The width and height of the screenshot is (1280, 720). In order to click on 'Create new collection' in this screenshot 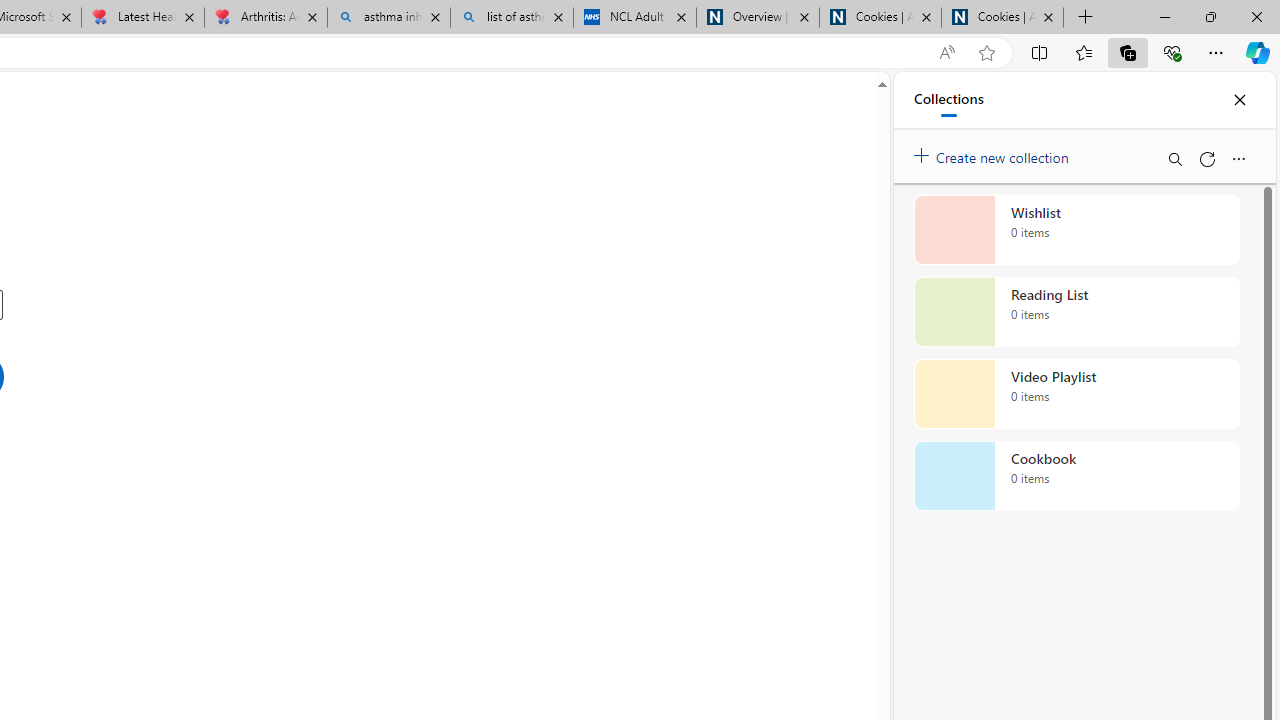, I will do `click(995, 152)`.